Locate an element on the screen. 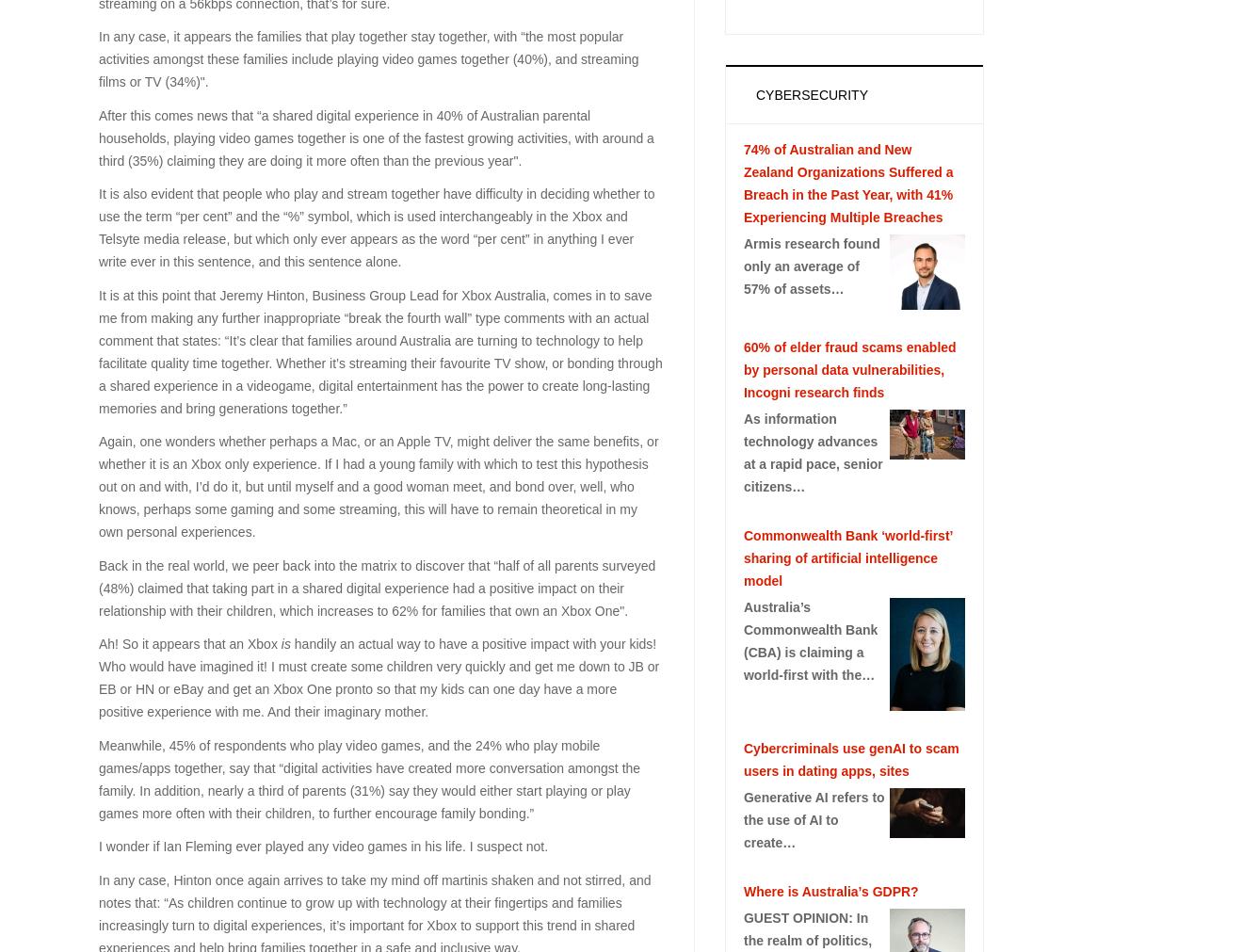 The height and width of the screenshot is (952, 1257). 'It is at this point that Jeremy Hinton, Business Group Lead for Xbox Australia, comes in to save me from making any further inappropriate “break the fourth wall” type comments with an actual comment that states: “It’s clear that families around Australia are turning to technology to help facilitate quality time together. Whether it’s streaming their favourite TV show, or bonding through a shared experience in a videogame, digital entertainment has the power to create long-lasting memories and bring generations together.”' is located at coordinates (98, 349).